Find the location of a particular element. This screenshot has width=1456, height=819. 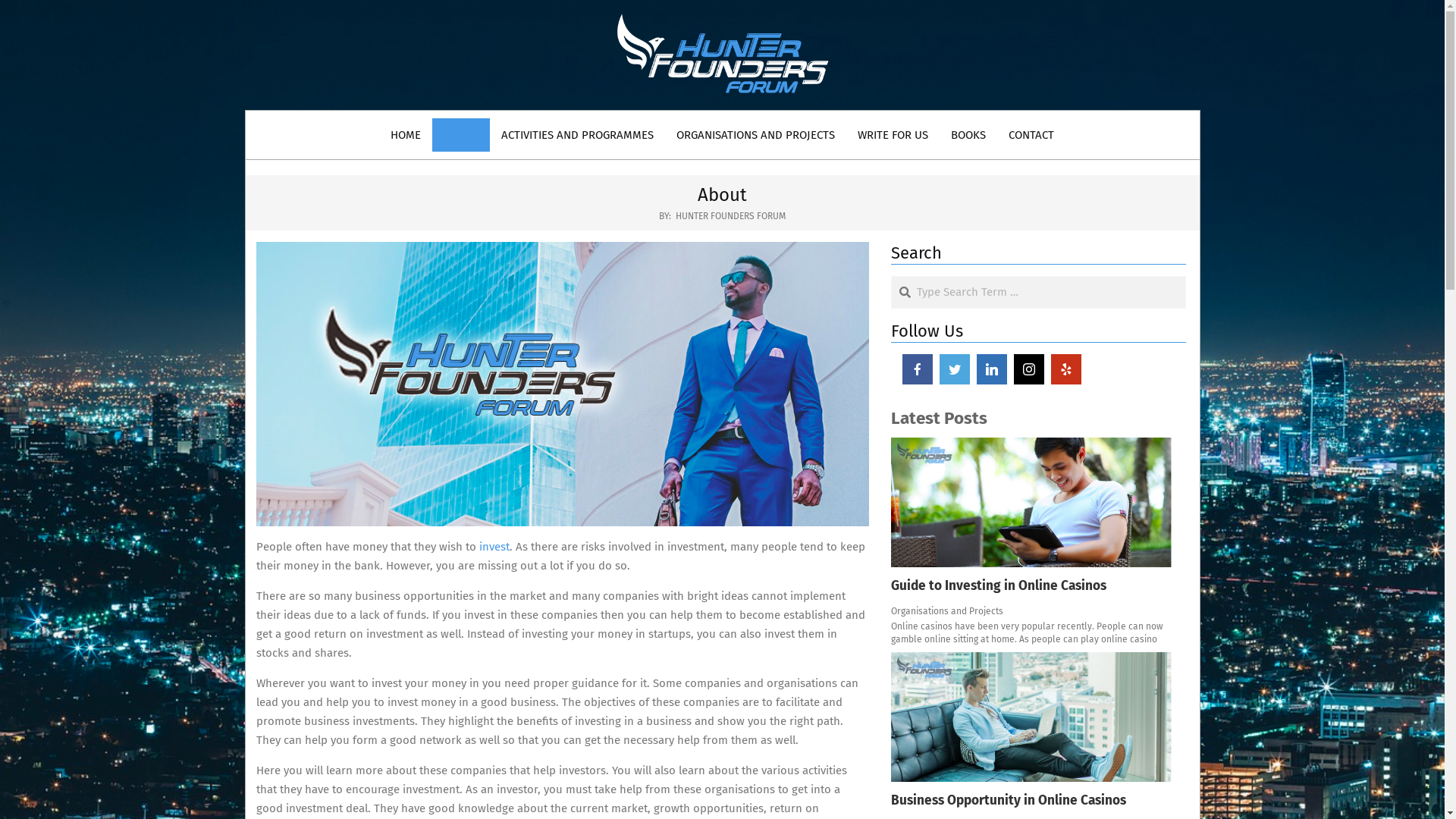

'ACTIVITIES AND PROGRAMMES' is located at coordinates (576, 133).